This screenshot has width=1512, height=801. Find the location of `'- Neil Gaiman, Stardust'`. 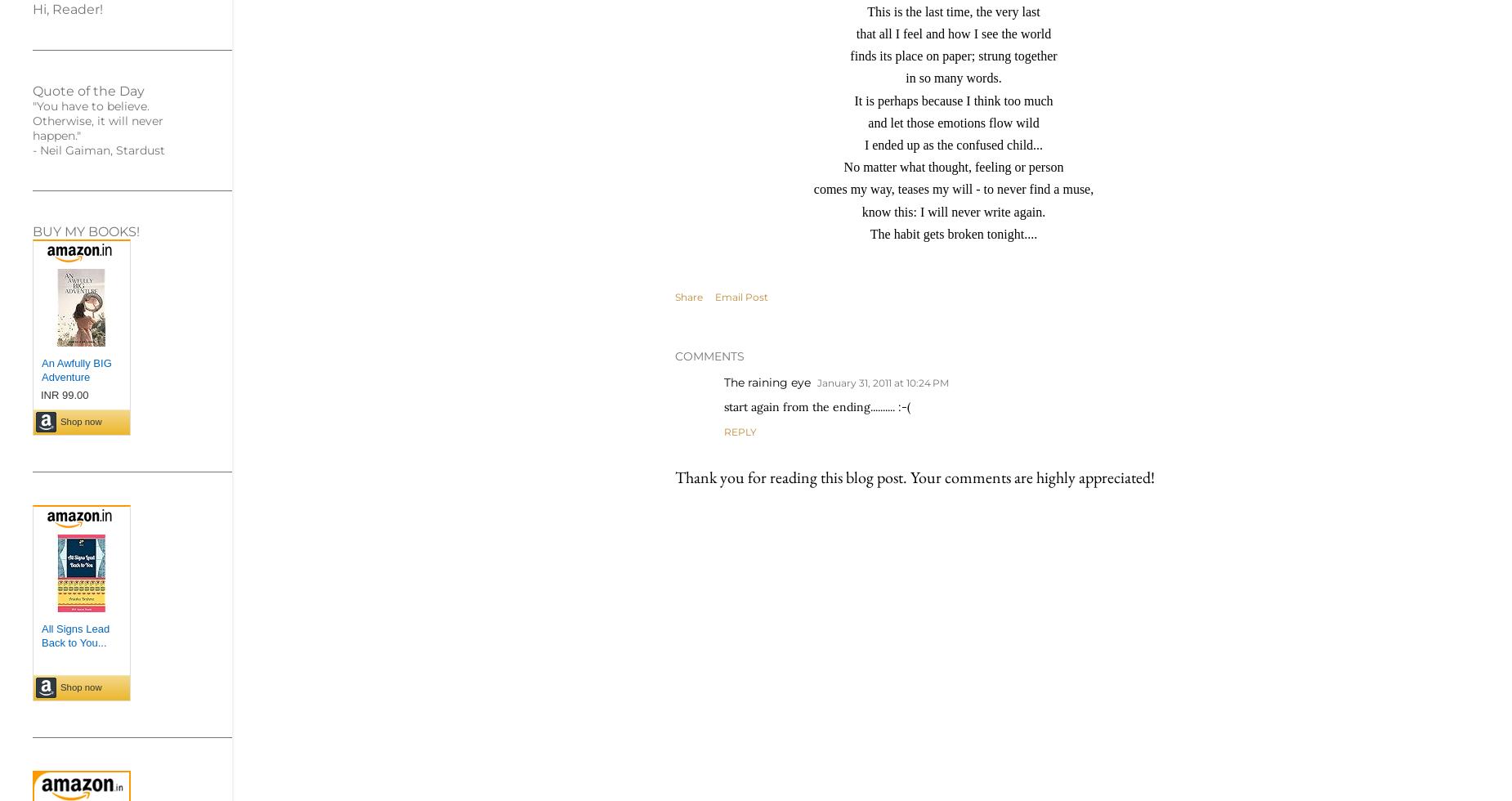

'- Neil Gaiman, Stardust' is located at coordinates (31, 150).